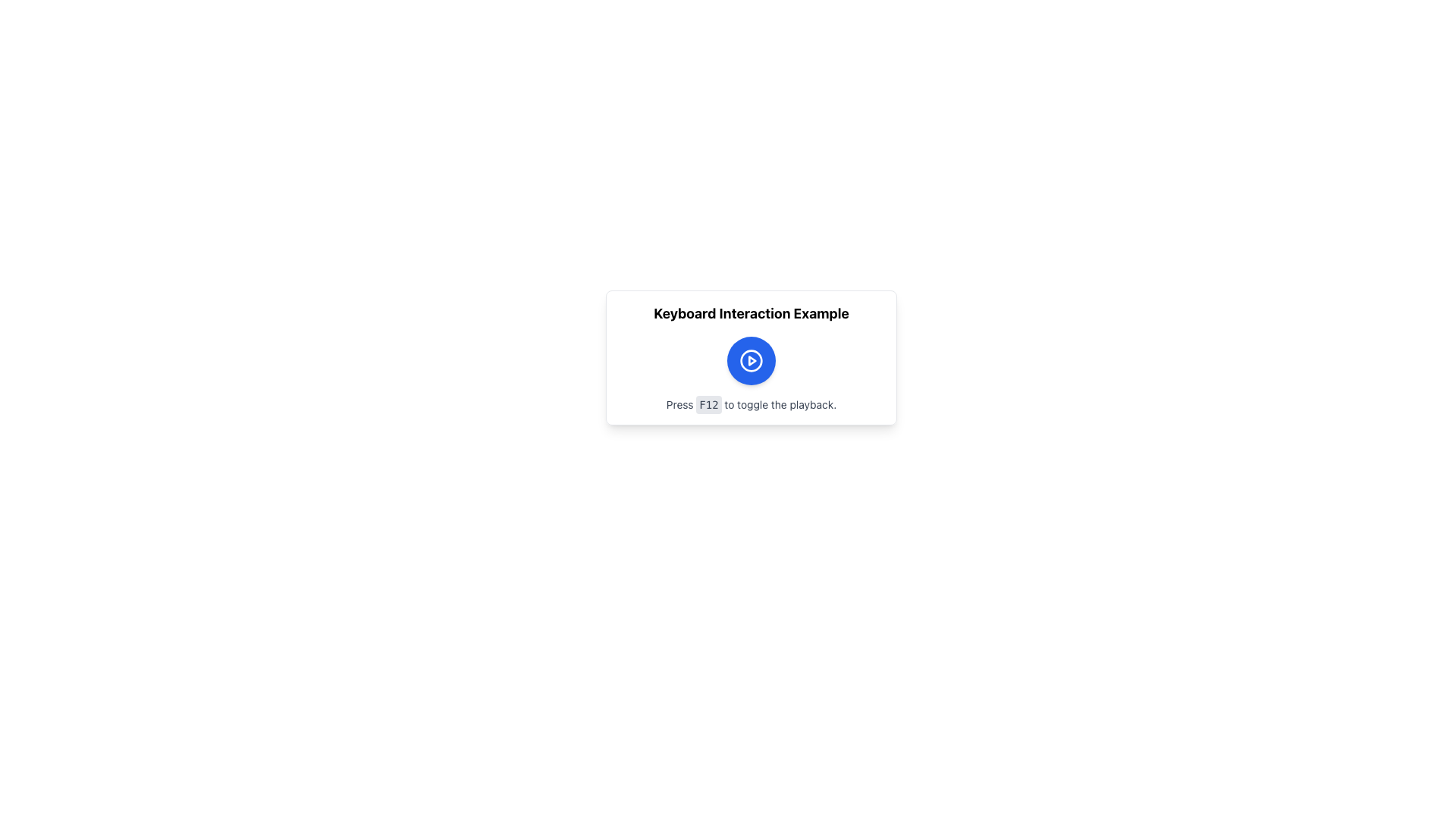 The image size is (1456, 819). Describe the element at coordinates (752, 360) in the screenshot. I see `the triangular graphical icon that is located at the center of a circular button, which is centrally positioned in the interface` at that location.